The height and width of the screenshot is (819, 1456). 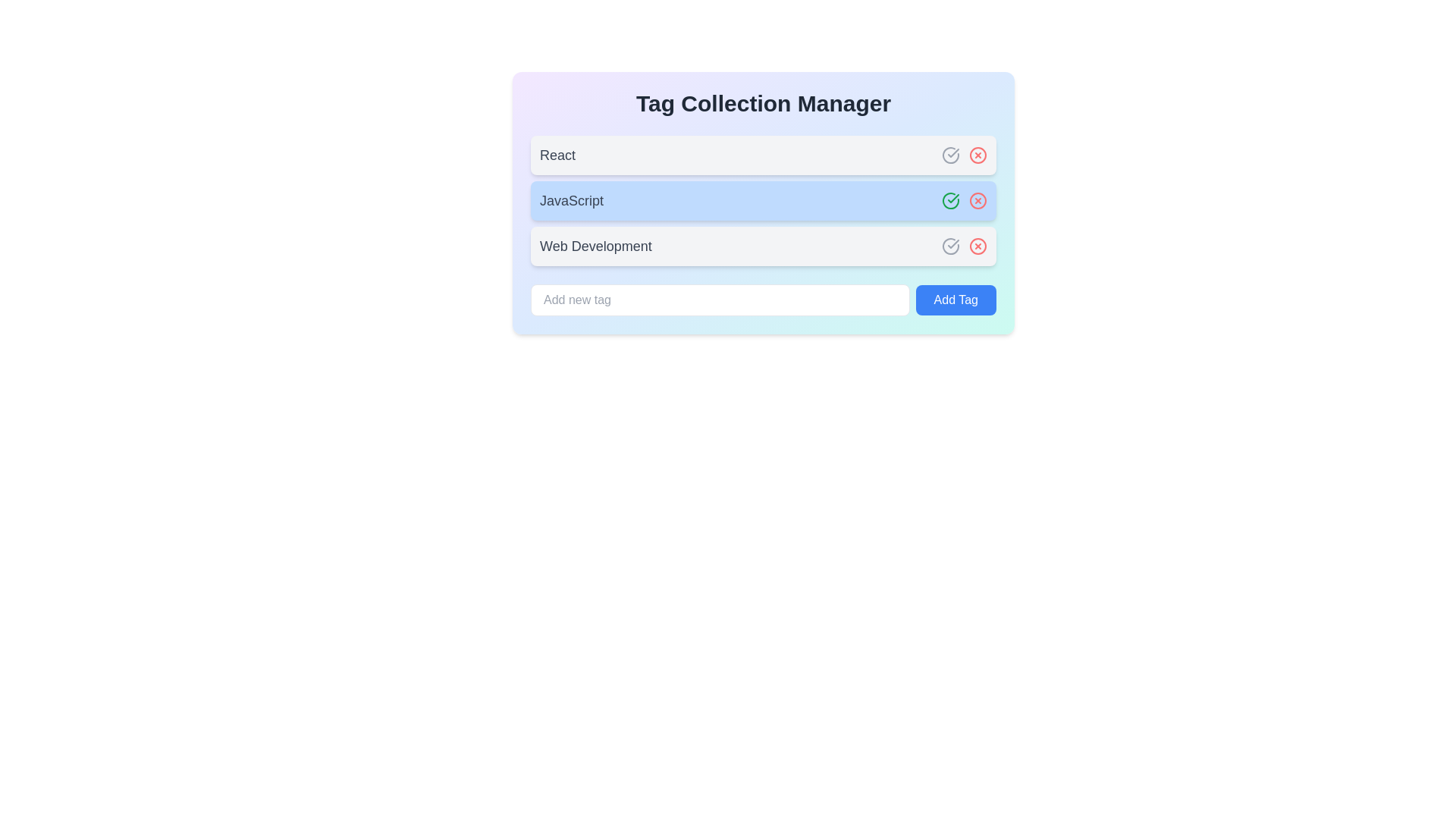 I want to click on the interactive SVG-based circular checkmark icon located to the right of the 'Web Development' tag to confirm or mark the action, so click(x=949, y=245).